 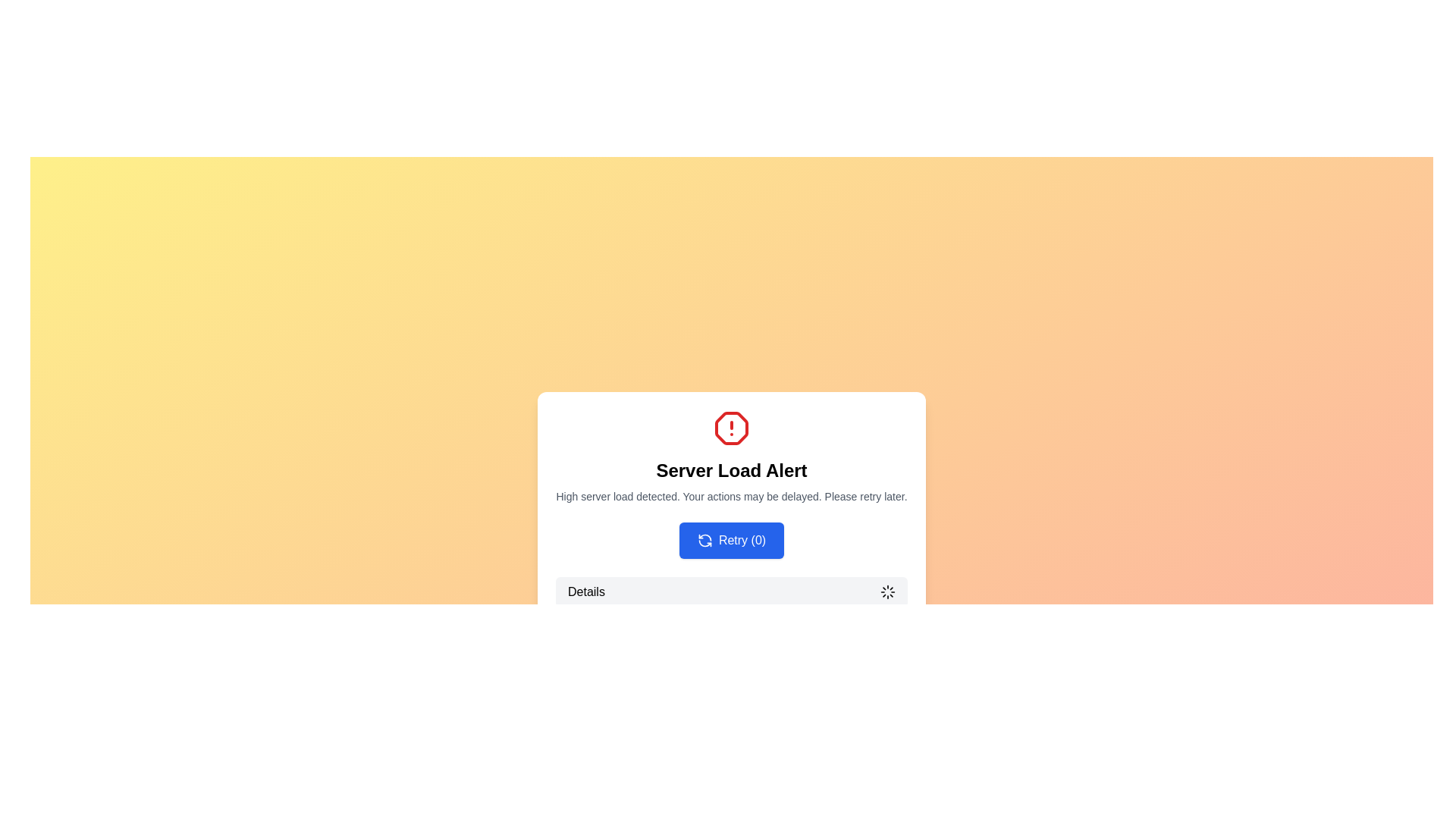 I want to click on the blue button labeled 'Retry (0)' with a refresh icon on the left, located under the 'Server Load Alert' heading, to retry the action, so click(x=731, y=540).